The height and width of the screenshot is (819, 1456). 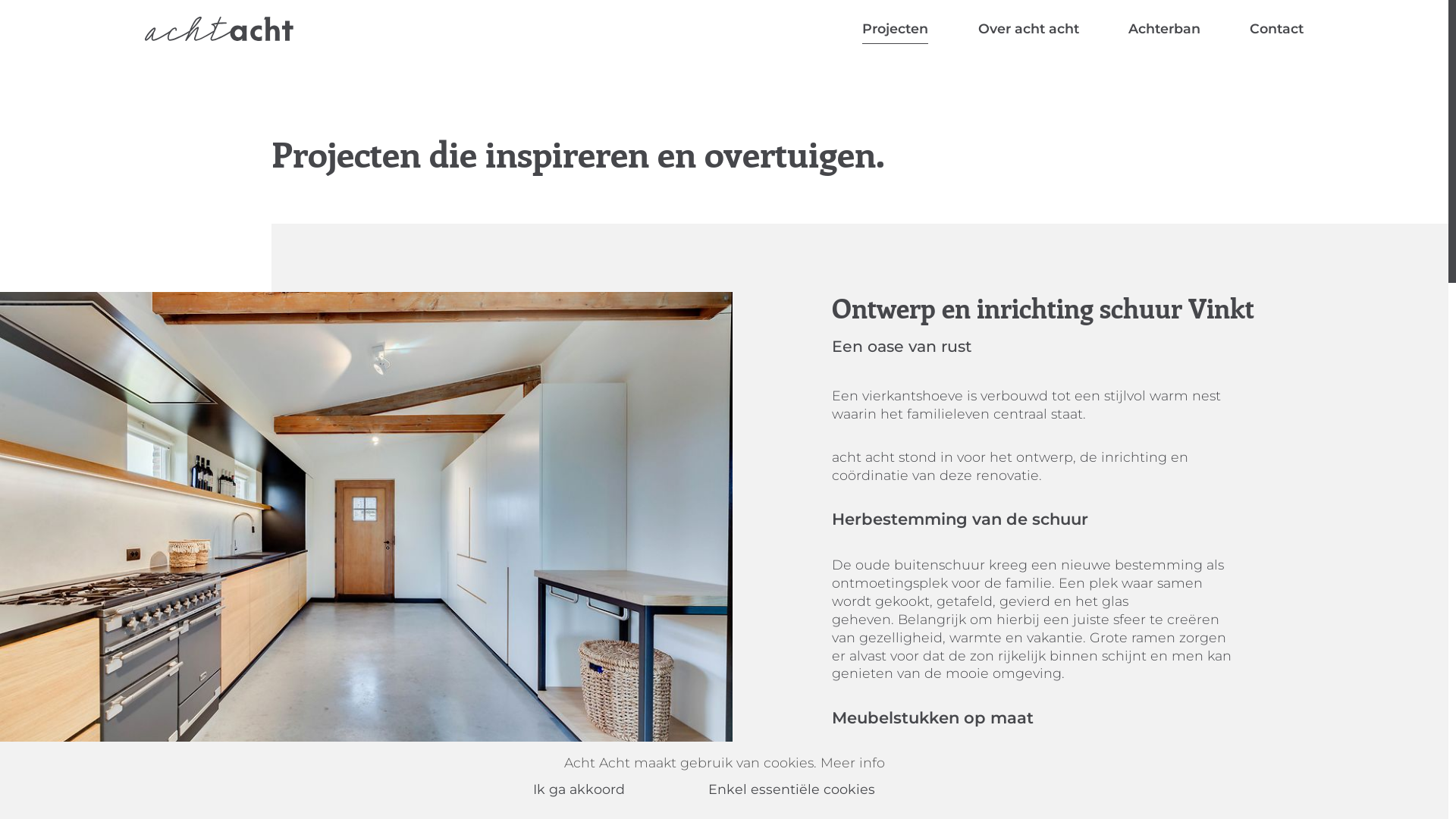 I want to click on 'Contact', so click(x=1276, y=29).